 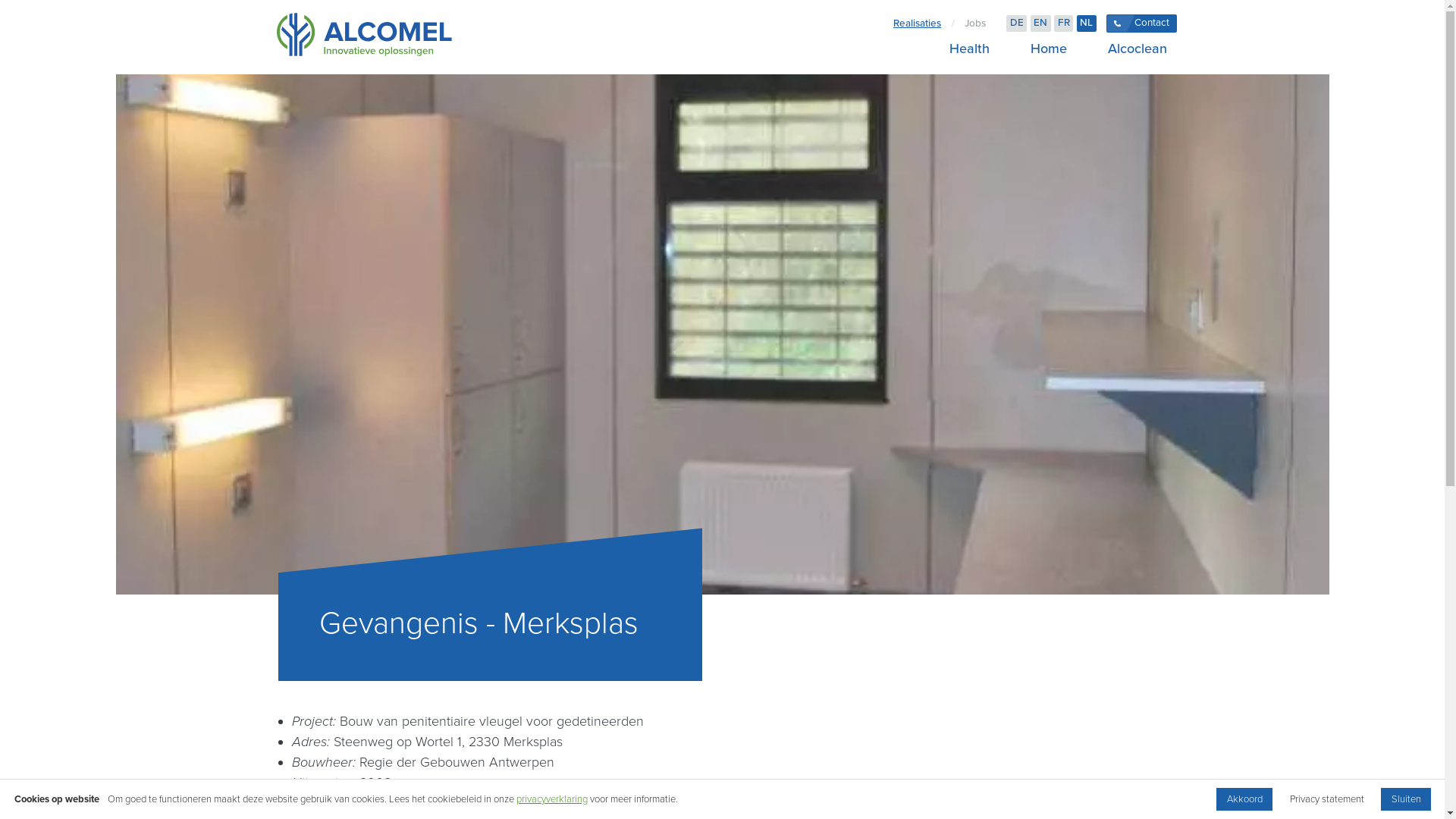 What do you see at coordinates (551, 798) in the screenshot?
I see `'privacyverklaring'` at bounding box center [551, 798].